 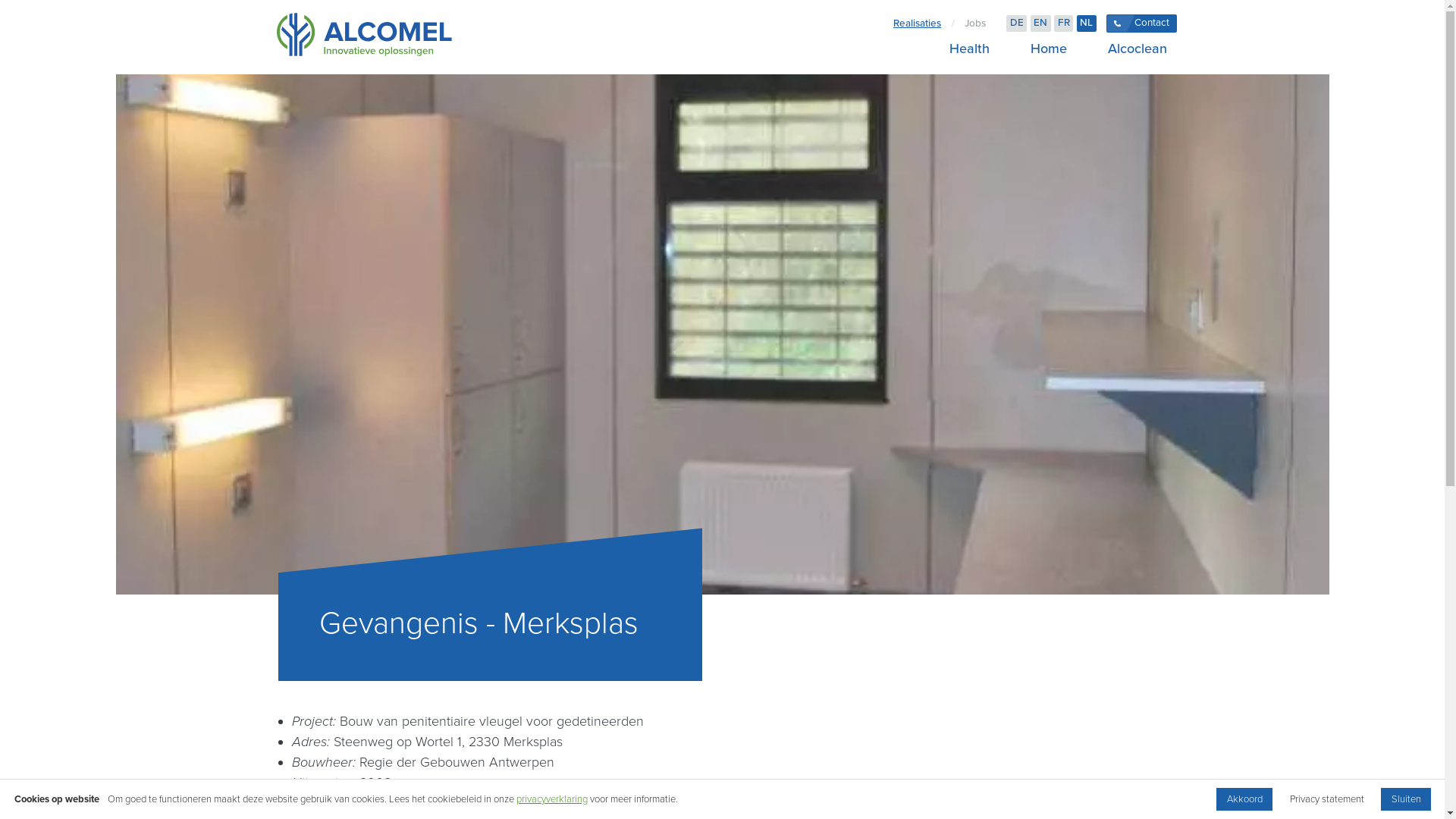 What do you see at coordinates (551, 798) in the screenshot?
I see `'privacyverklaring'` at bounding box center [551, 798].